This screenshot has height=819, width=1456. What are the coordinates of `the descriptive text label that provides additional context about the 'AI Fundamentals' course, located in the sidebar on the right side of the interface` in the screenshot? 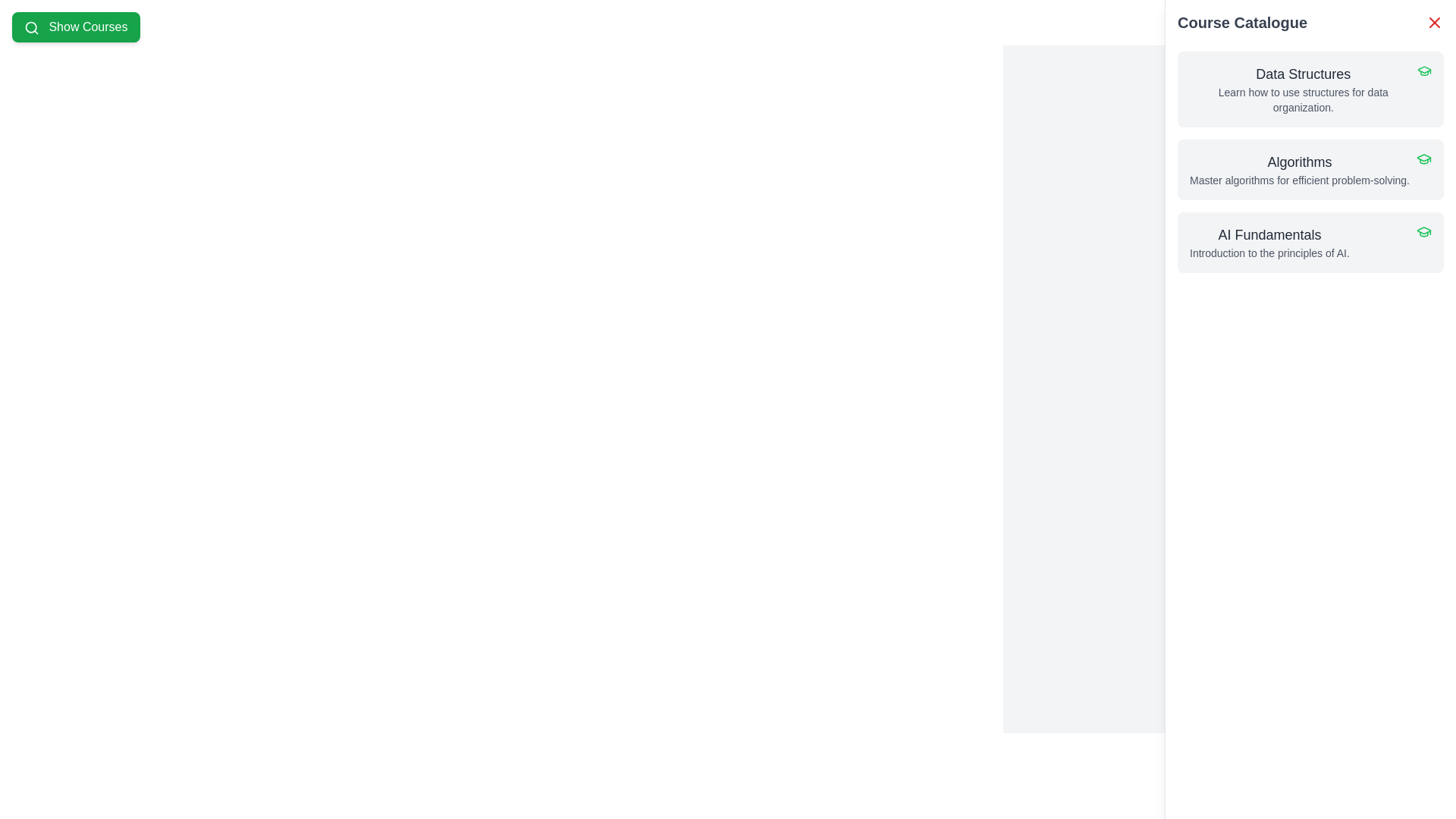 It's located at (1269, 253).